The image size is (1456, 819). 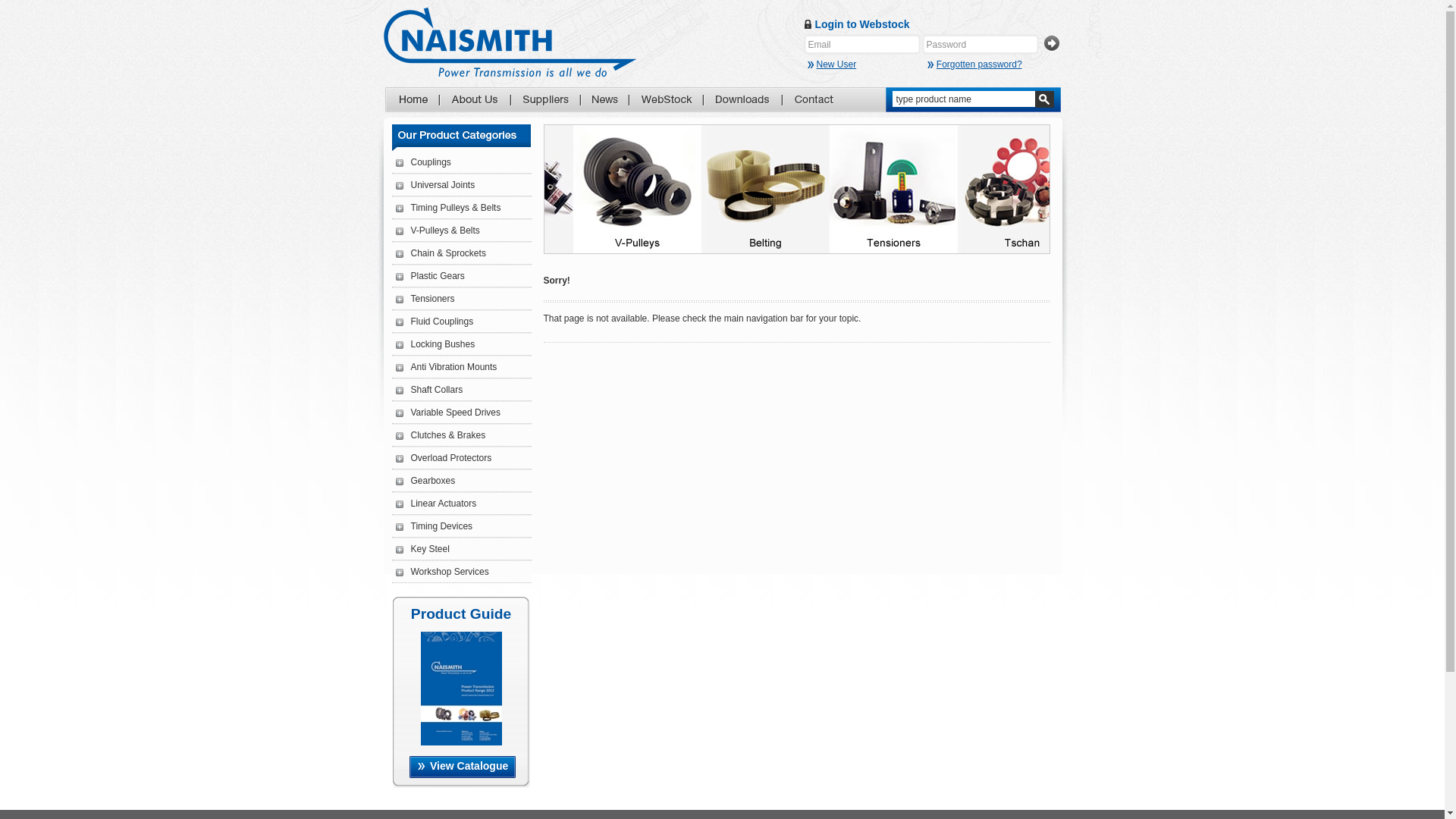 What do you see at coordinates (443, 457) in the screenshot?
I see `'Overload Protectors'` at bounding box center [443, 457].